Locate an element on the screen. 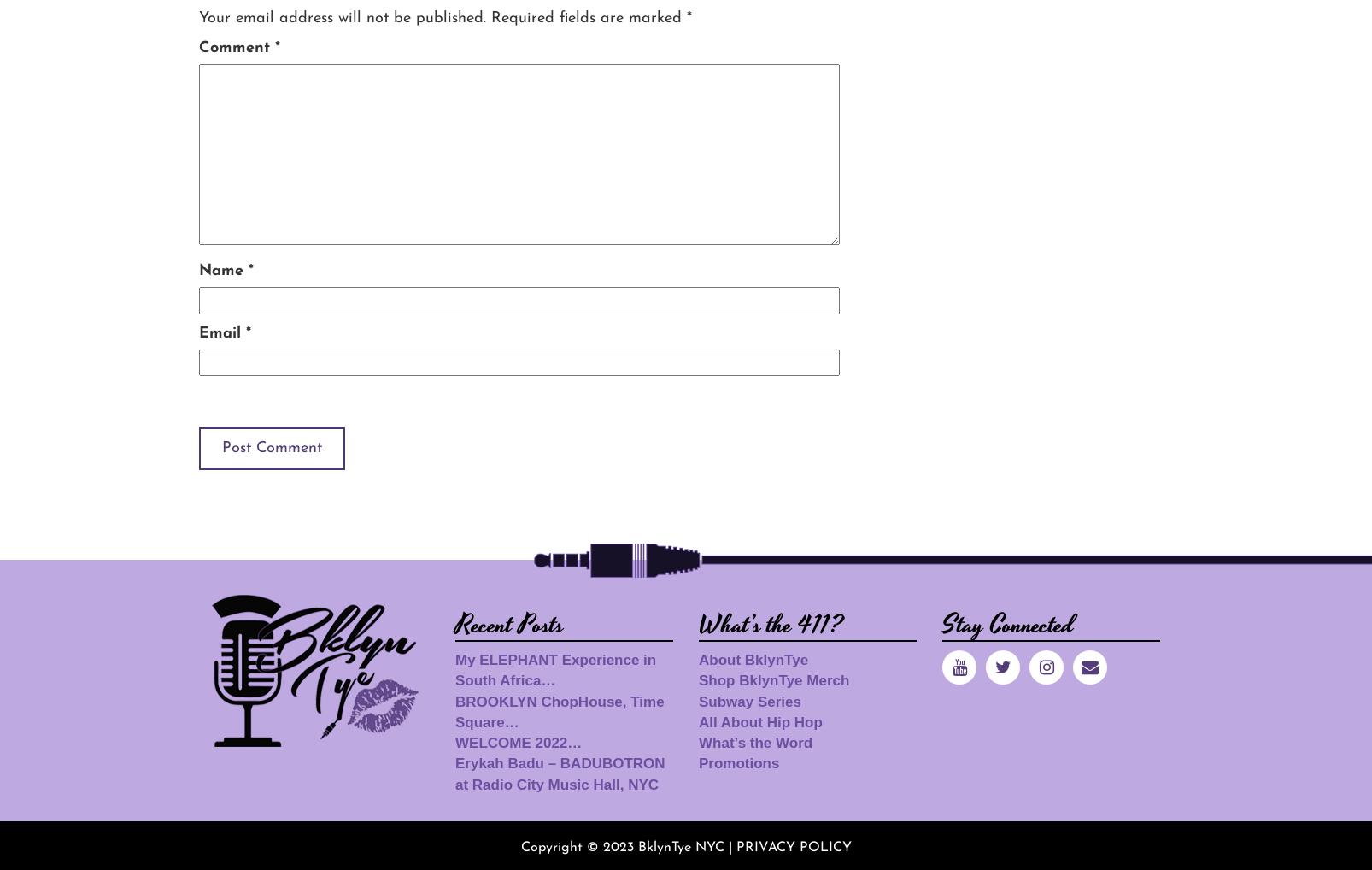 This screenshot has height=870, width=1372. 'Required fields are marked' is located at coordinates (490, 16).